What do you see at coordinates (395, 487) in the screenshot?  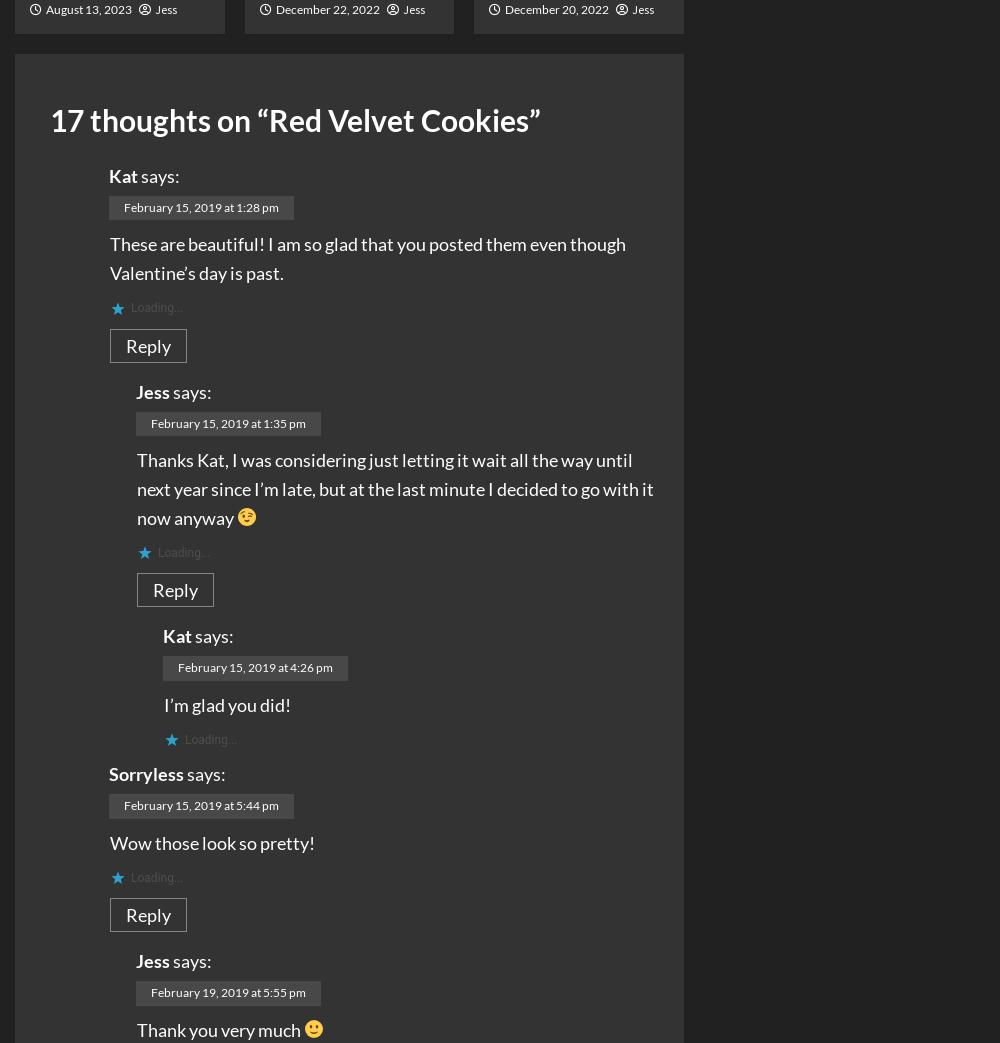 I see `'Thanks Kat, I was considering just letting it wait all the way until next year since I’m late, but at the last minute I decided to go with it now anyway'` at bounding box center [395, 487].